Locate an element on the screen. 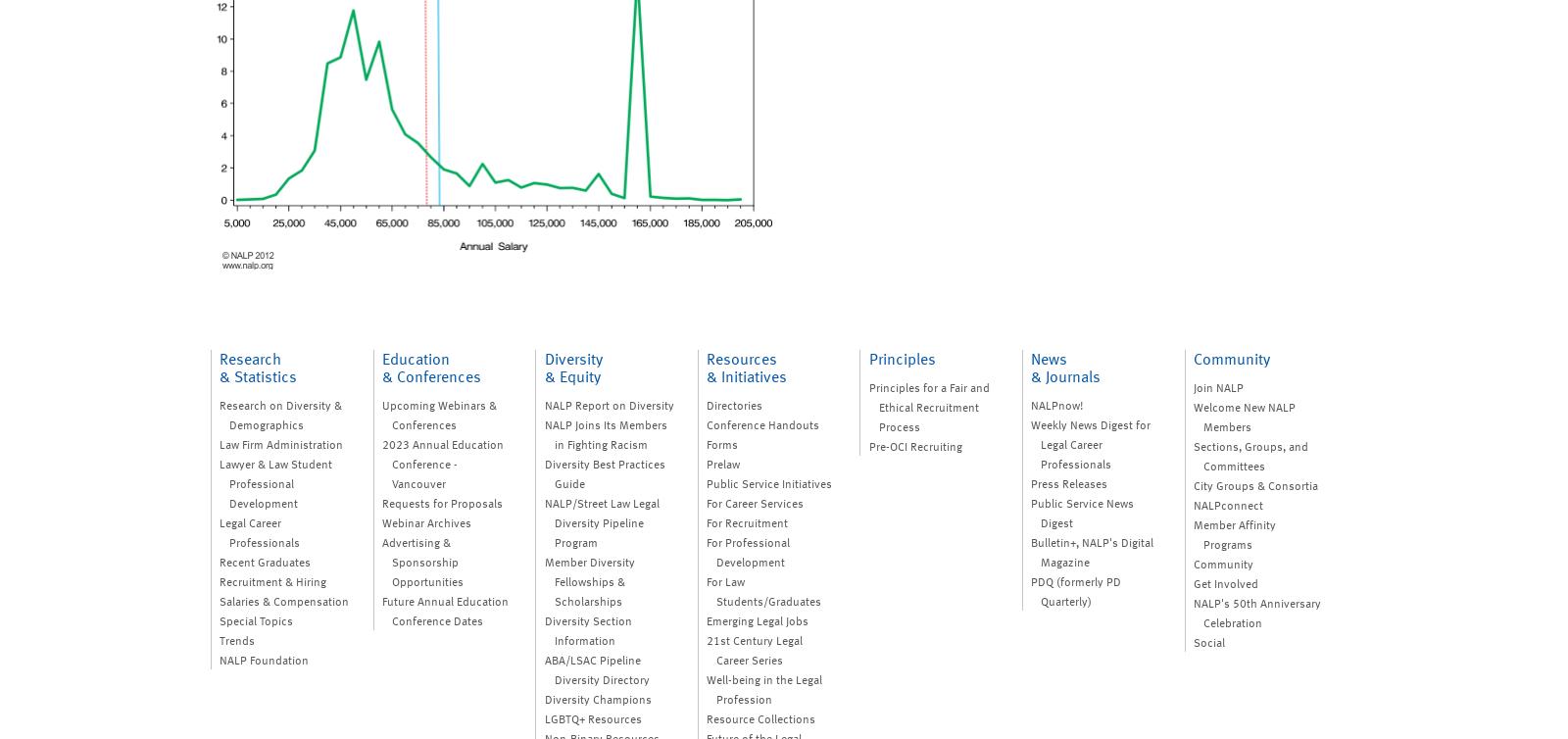  'NALP Foundation' is located at coordinates (264, 657).